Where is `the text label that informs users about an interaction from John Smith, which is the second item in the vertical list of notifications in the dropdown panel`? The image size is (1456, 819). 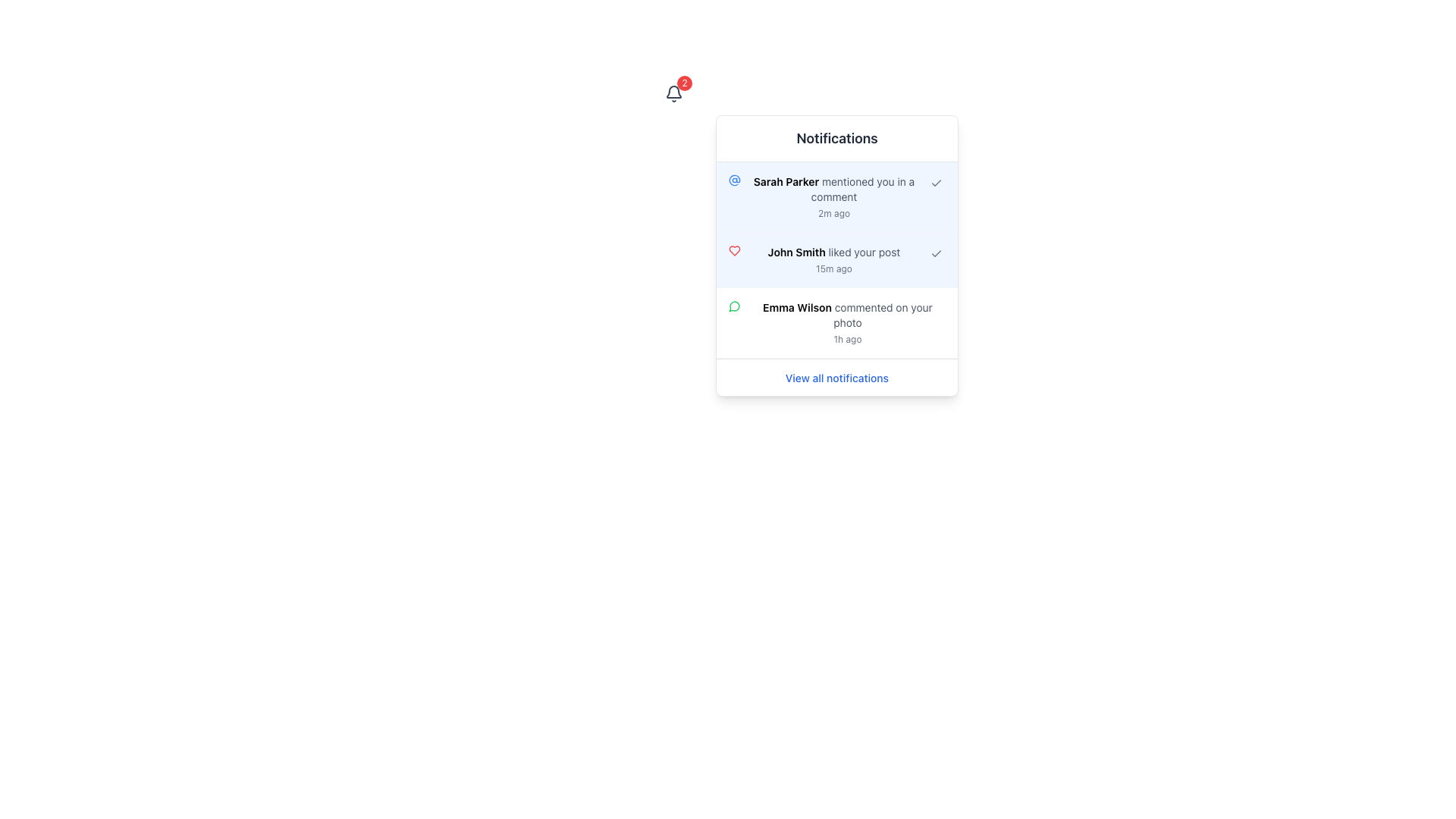 the text label that informs users about an interaction from John Smith, which is the second item in the vertical list of notifications in the dropdown panel is located at coordinates (833, 259).